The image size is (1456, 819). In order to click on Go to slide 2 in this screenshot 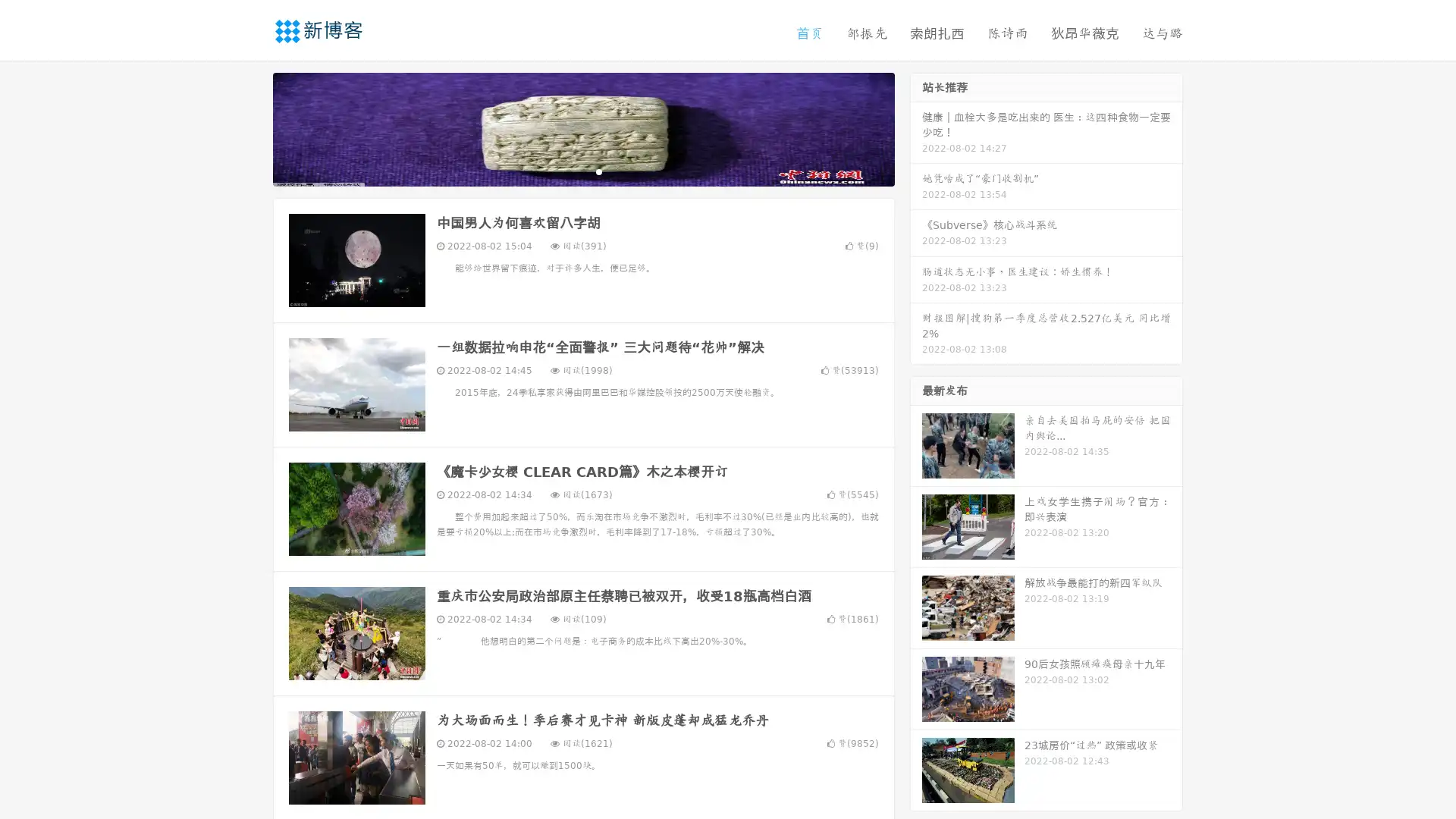, I will do `click(582, 171)`.